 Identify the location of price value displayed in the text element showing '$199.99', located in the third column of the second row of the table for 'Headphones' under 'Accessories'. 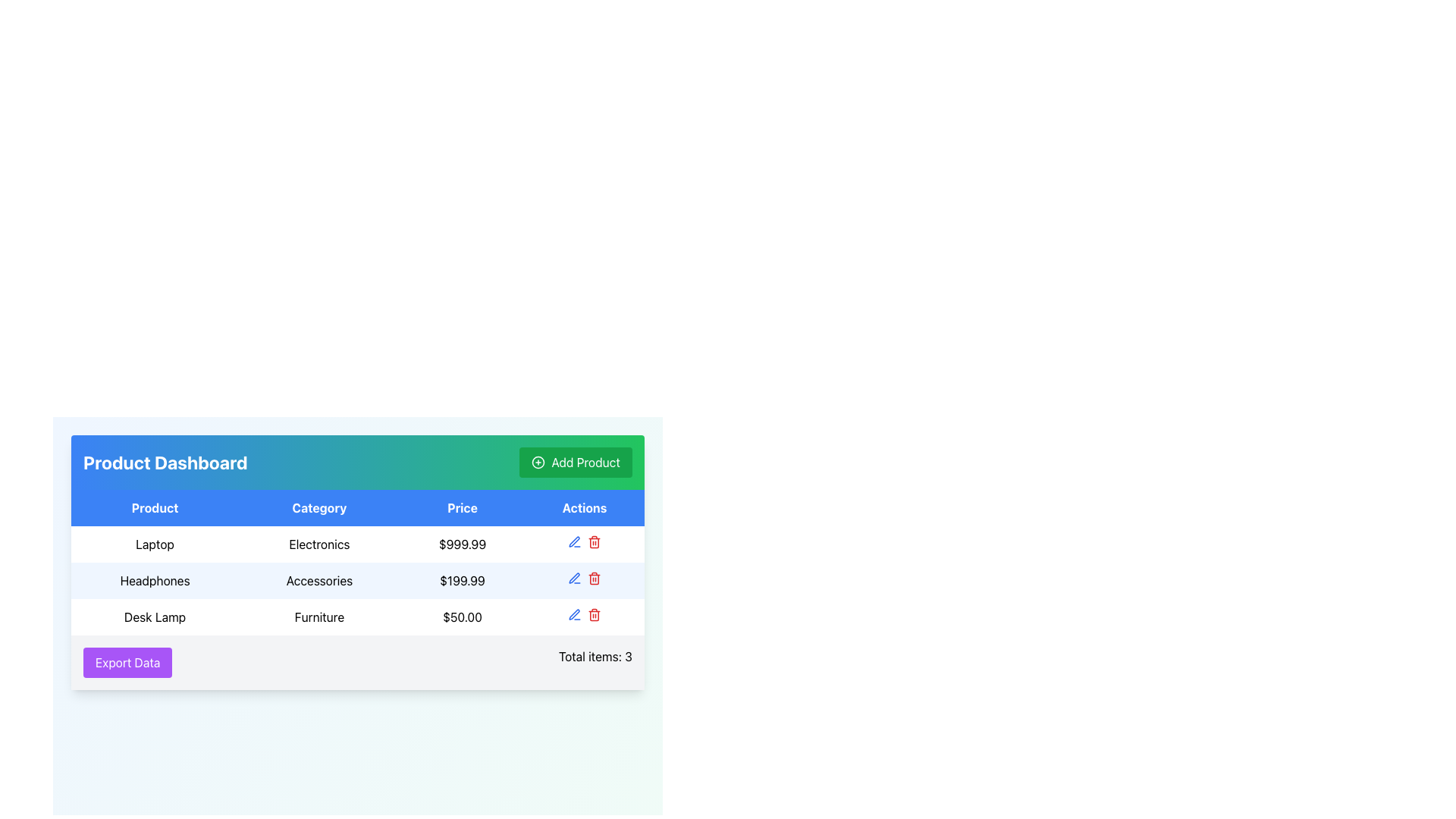
(461, 580).